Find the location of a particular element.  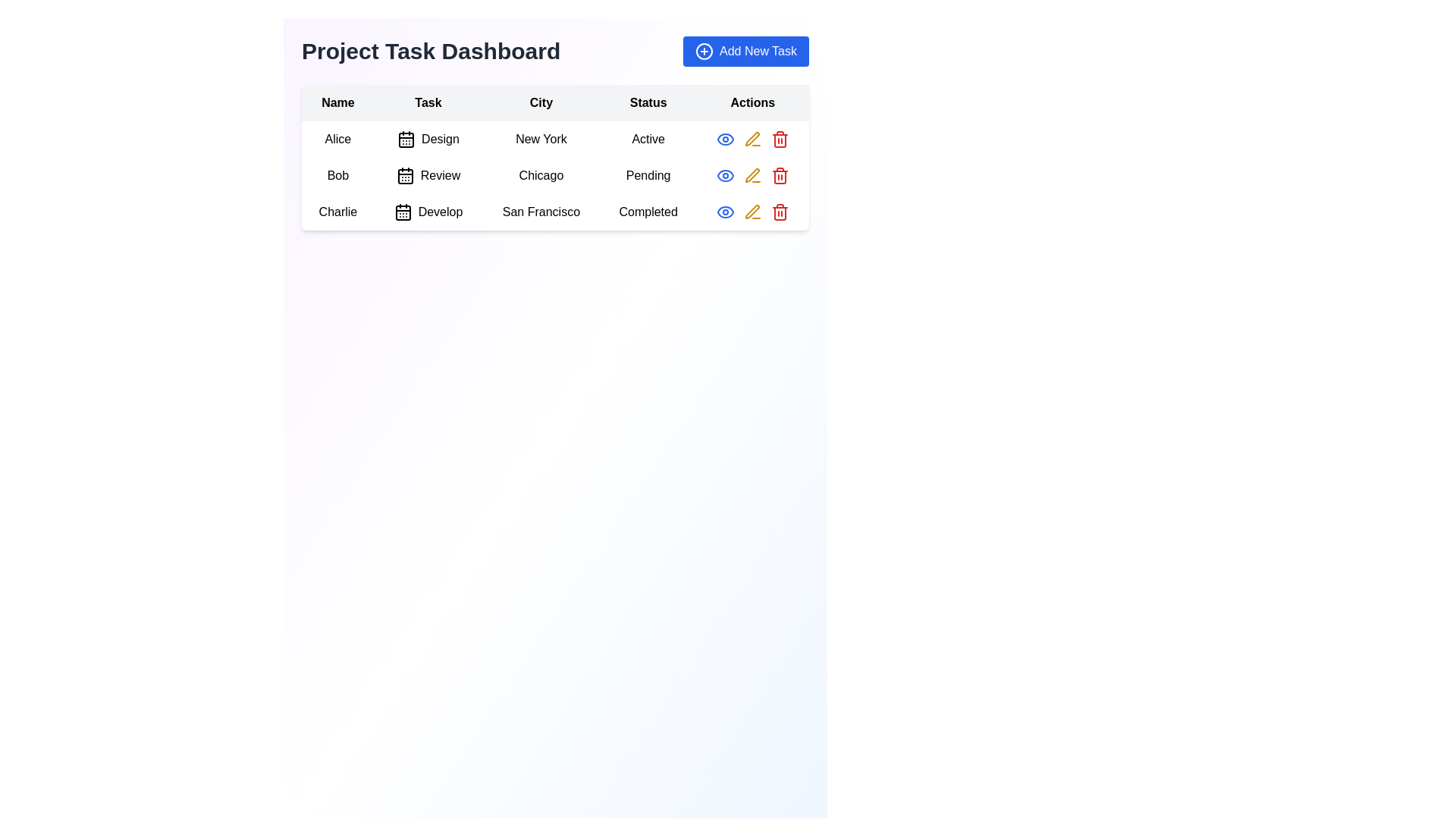

the edit icon represented by a pen or pencil located to the right of the second row under the 'Actions' column in the table layout is located at coordinates (752, 174).